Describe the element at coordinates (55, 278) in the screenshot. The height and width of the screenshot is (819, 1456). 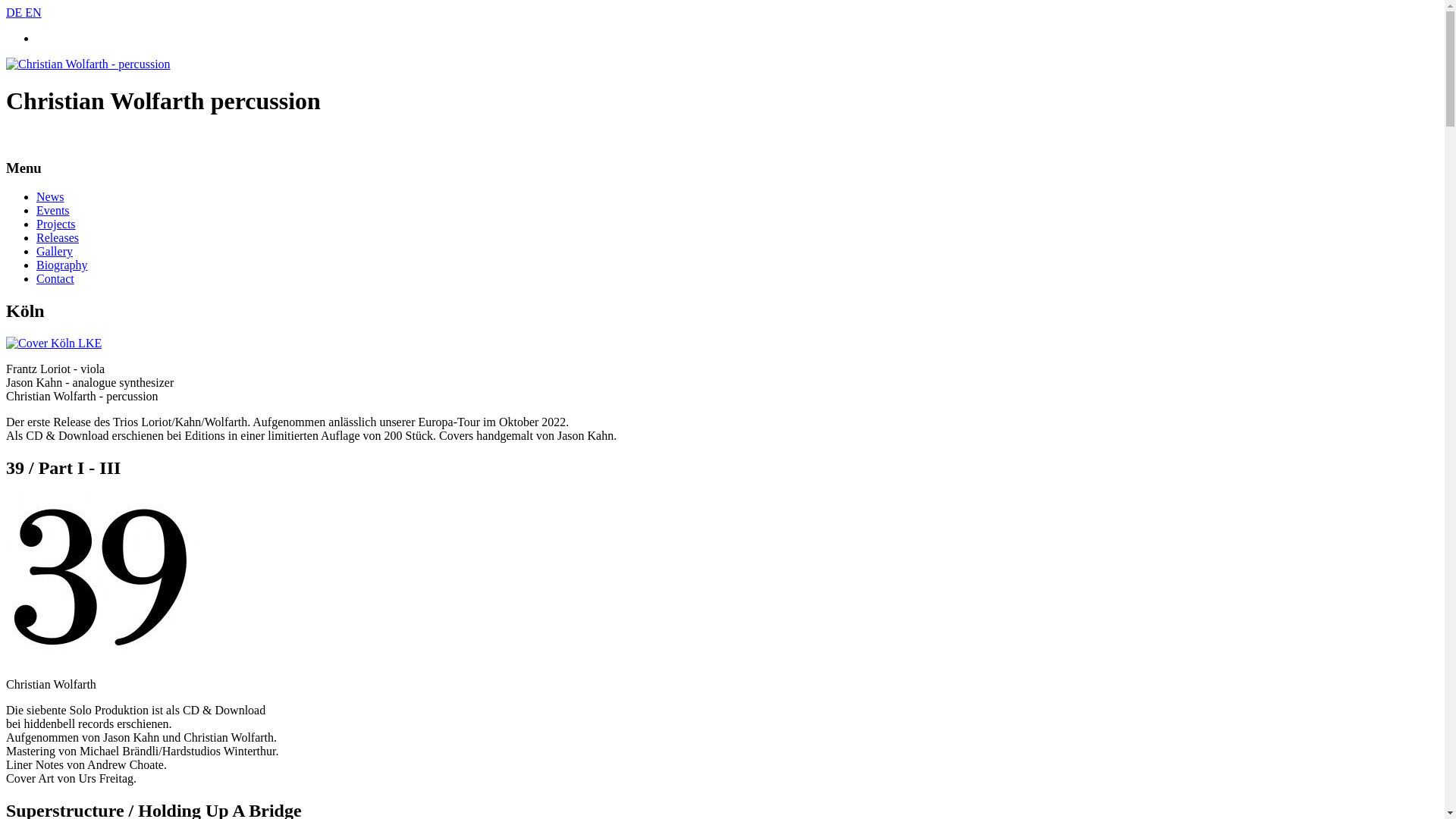
I see `'Contact'` at that location.